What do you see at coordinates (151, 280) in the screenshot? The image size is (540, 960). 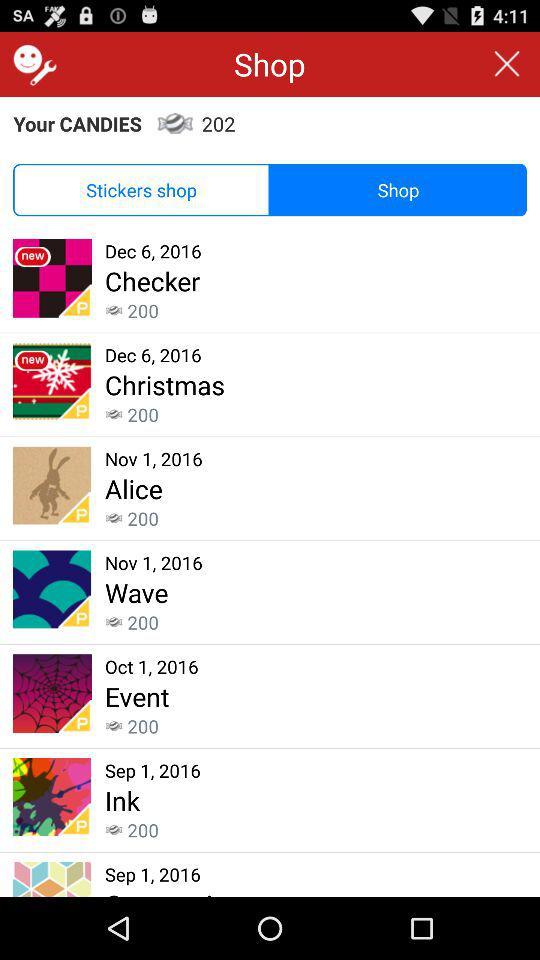 I see `the checker app` at bounding box center [151, 280].